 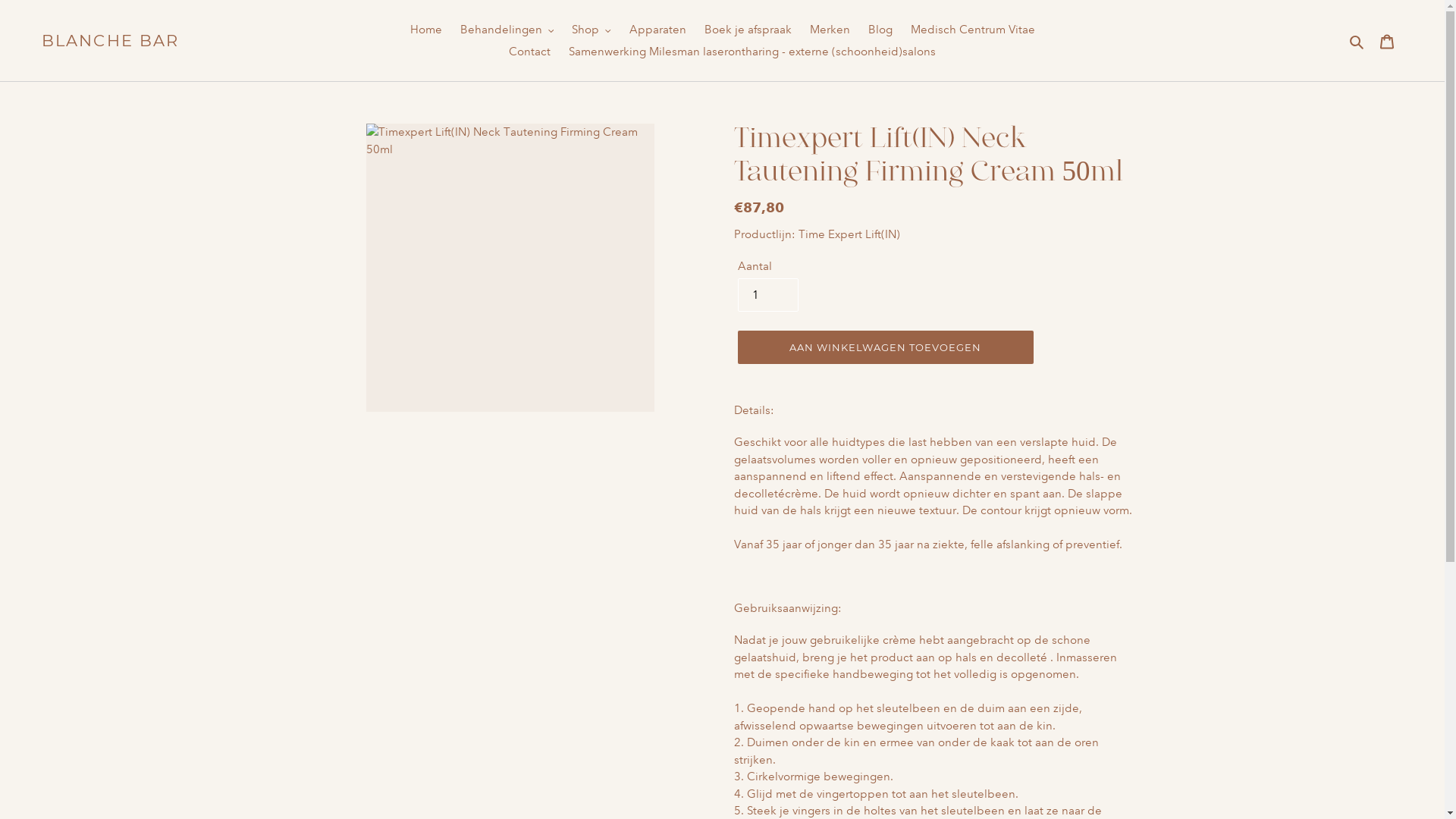 What do you see at coordinates (109, 39) in the screenshot?
I see `'BLANCHE BAR'` at bounding box center [109, 39].